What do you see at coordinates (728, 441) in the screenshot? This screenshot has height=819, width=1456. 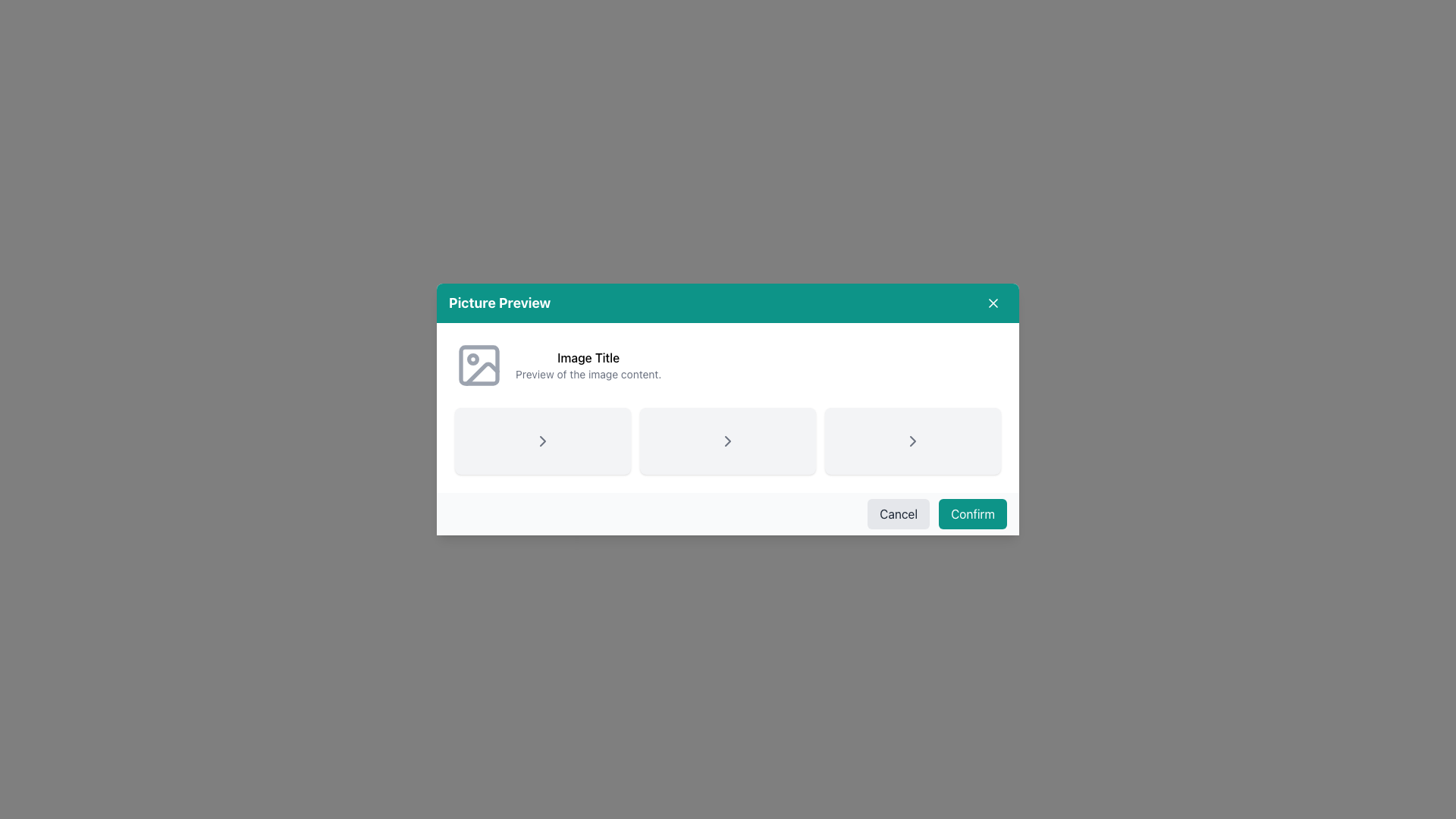 I see `the chevron icon in the center of the light gray rectangular area` at bounding box center [728, 441].